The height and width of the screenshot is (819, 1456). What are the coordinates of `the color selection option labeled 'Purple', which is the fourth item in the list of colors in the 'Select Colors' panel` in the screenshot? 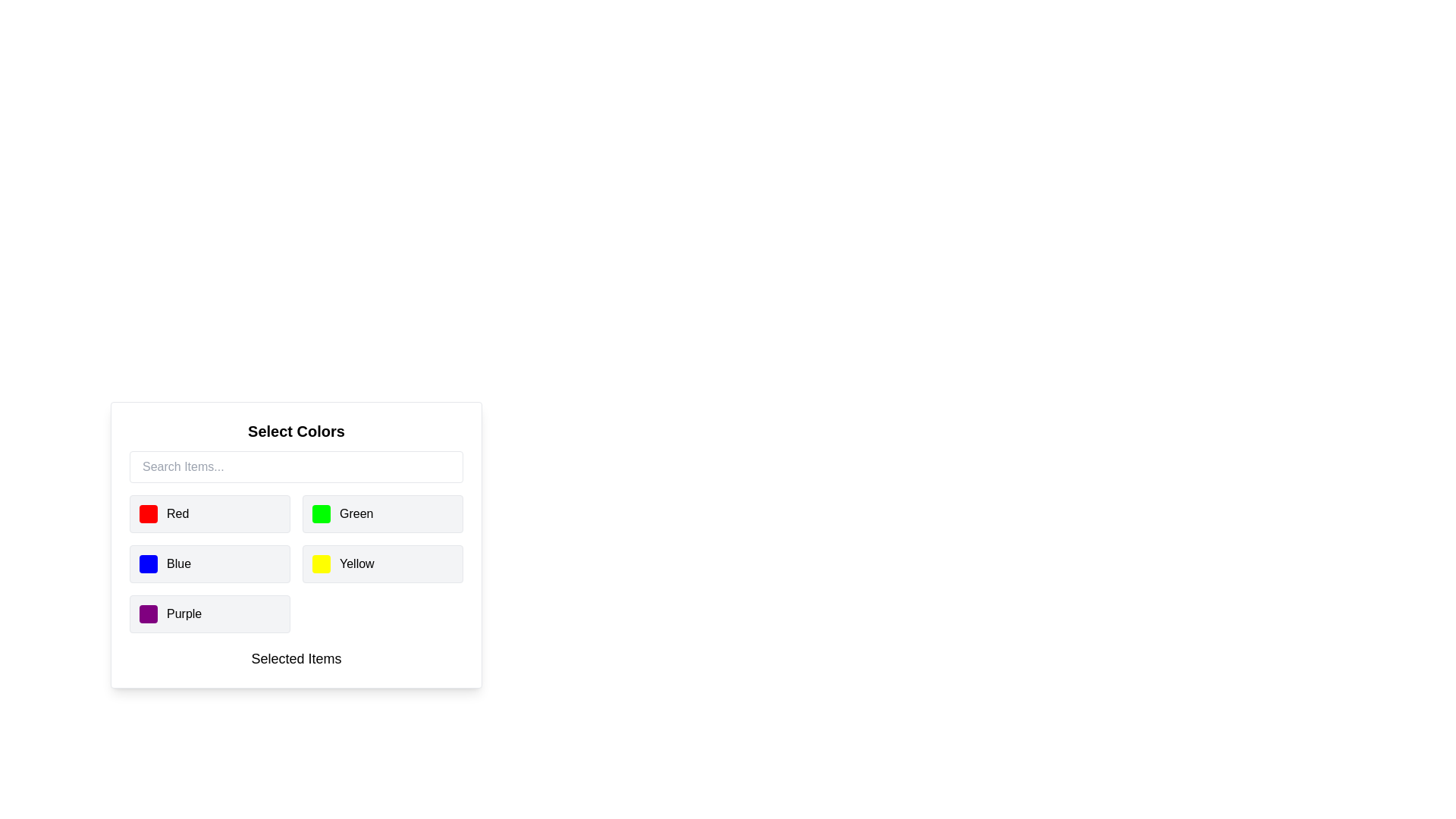 It's located at (171, 614).